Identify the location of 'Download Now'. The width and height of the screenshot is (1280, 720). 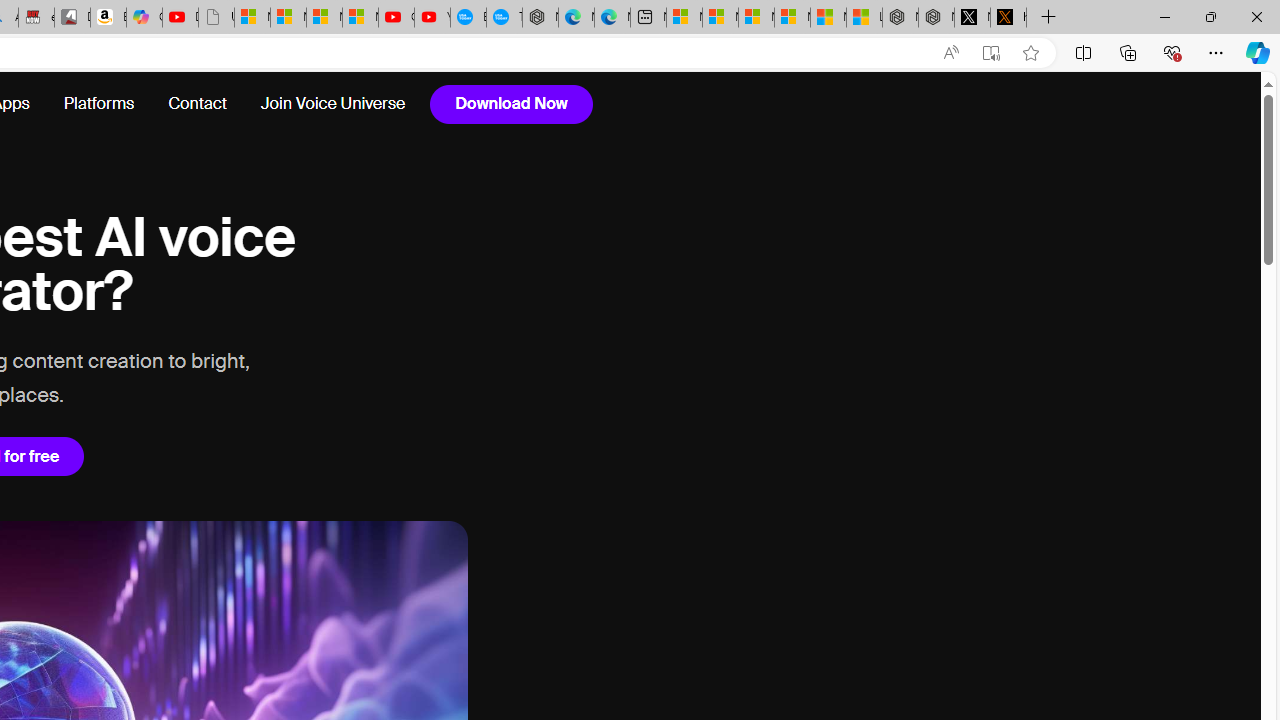
(511, 104).